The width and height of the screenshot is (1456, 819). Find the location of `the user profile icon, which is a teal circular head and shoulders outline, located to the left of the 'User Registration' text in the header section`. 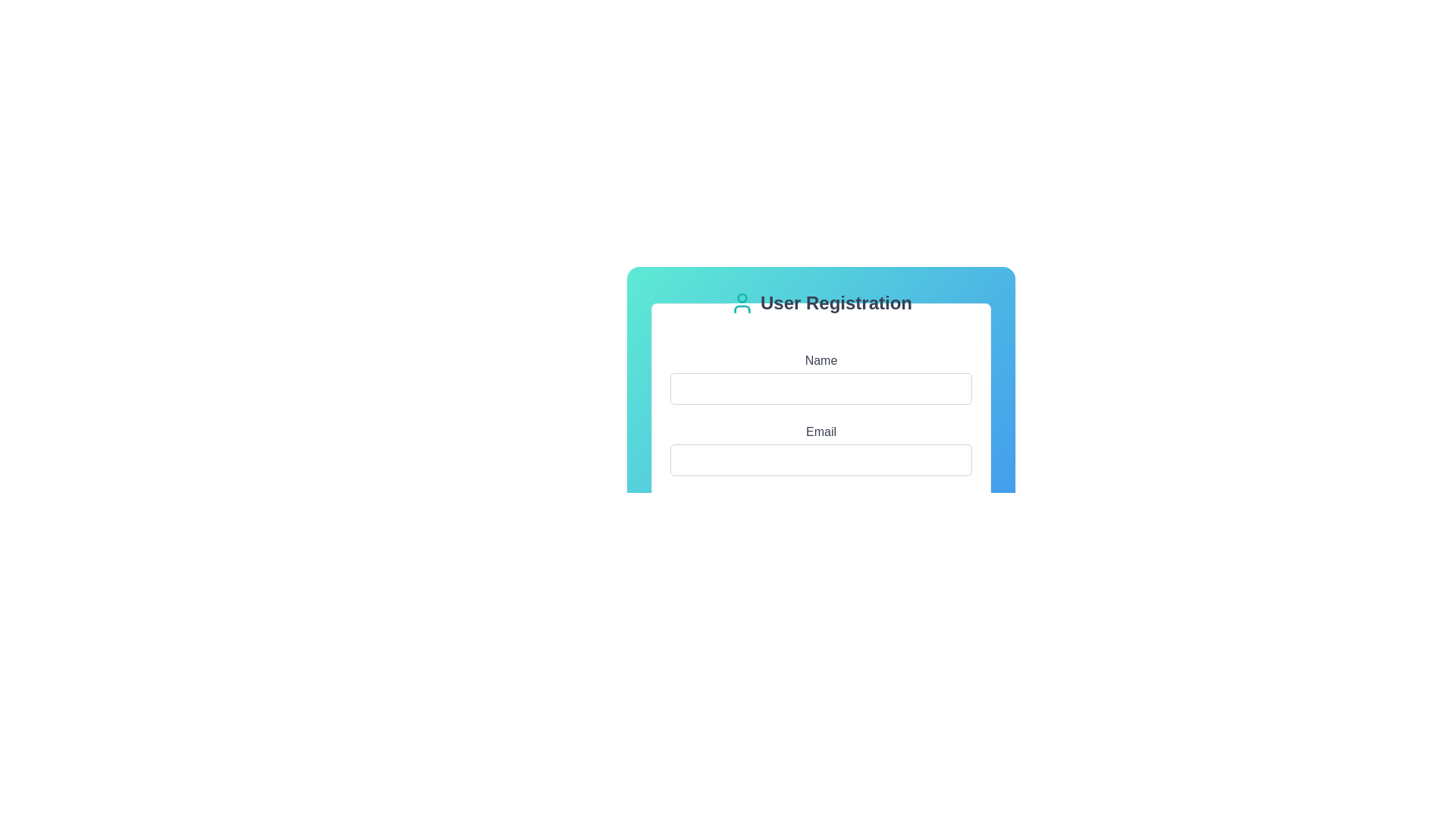

the user profile icon, which is a teal circular head and shoulders outline, located to the left of the 'User Registration' text in the header section is located at coordinates (742, 303).